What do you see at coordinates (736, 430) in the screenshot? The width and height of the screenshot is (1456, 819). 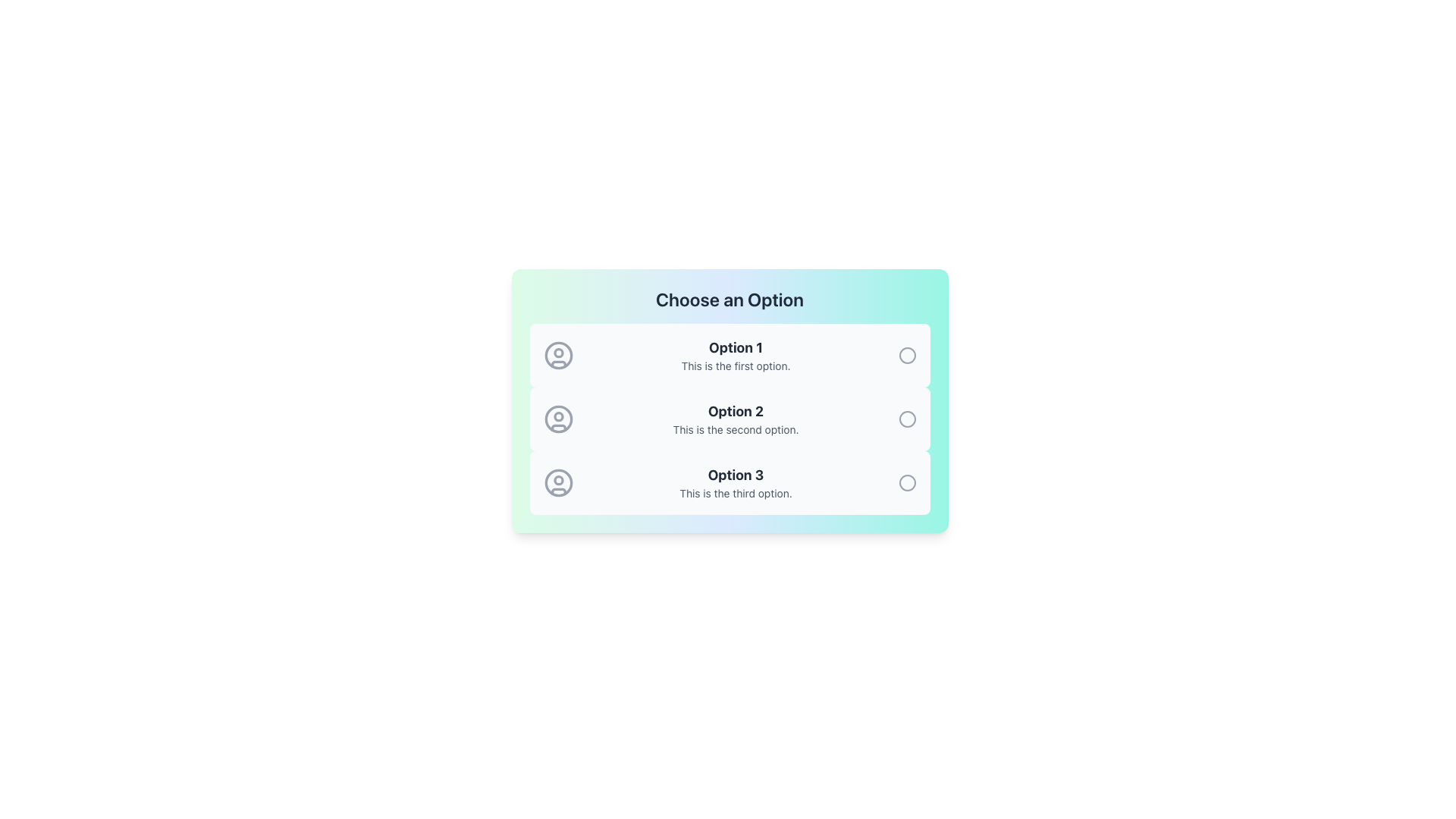 I see `the text label providing additional information about 'Option 2', positioned as the second line in the middle option card` at bounding box center [736, 430].